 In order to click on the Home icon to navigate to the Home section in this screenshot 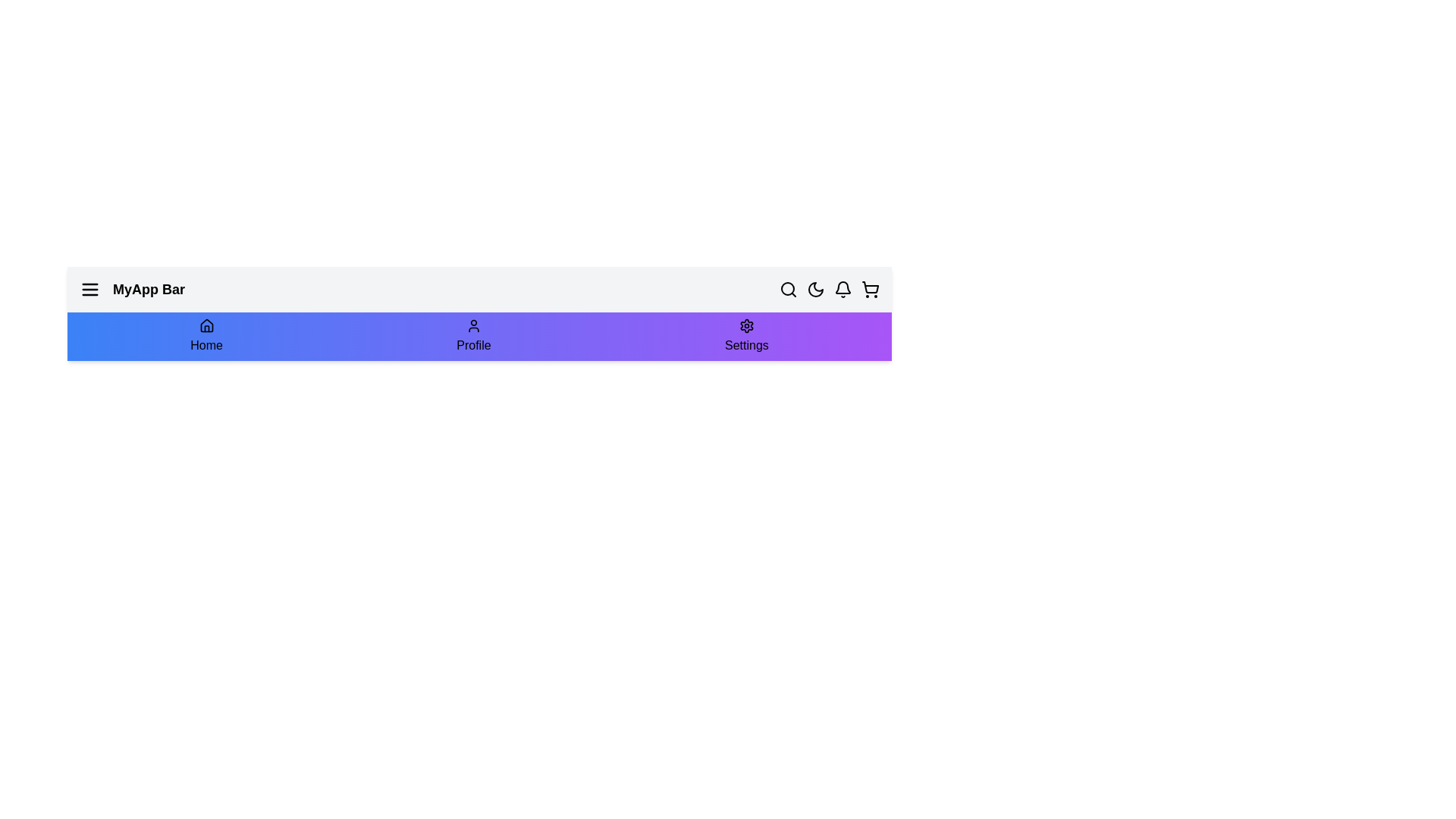, I will do `click(206, 325)`.